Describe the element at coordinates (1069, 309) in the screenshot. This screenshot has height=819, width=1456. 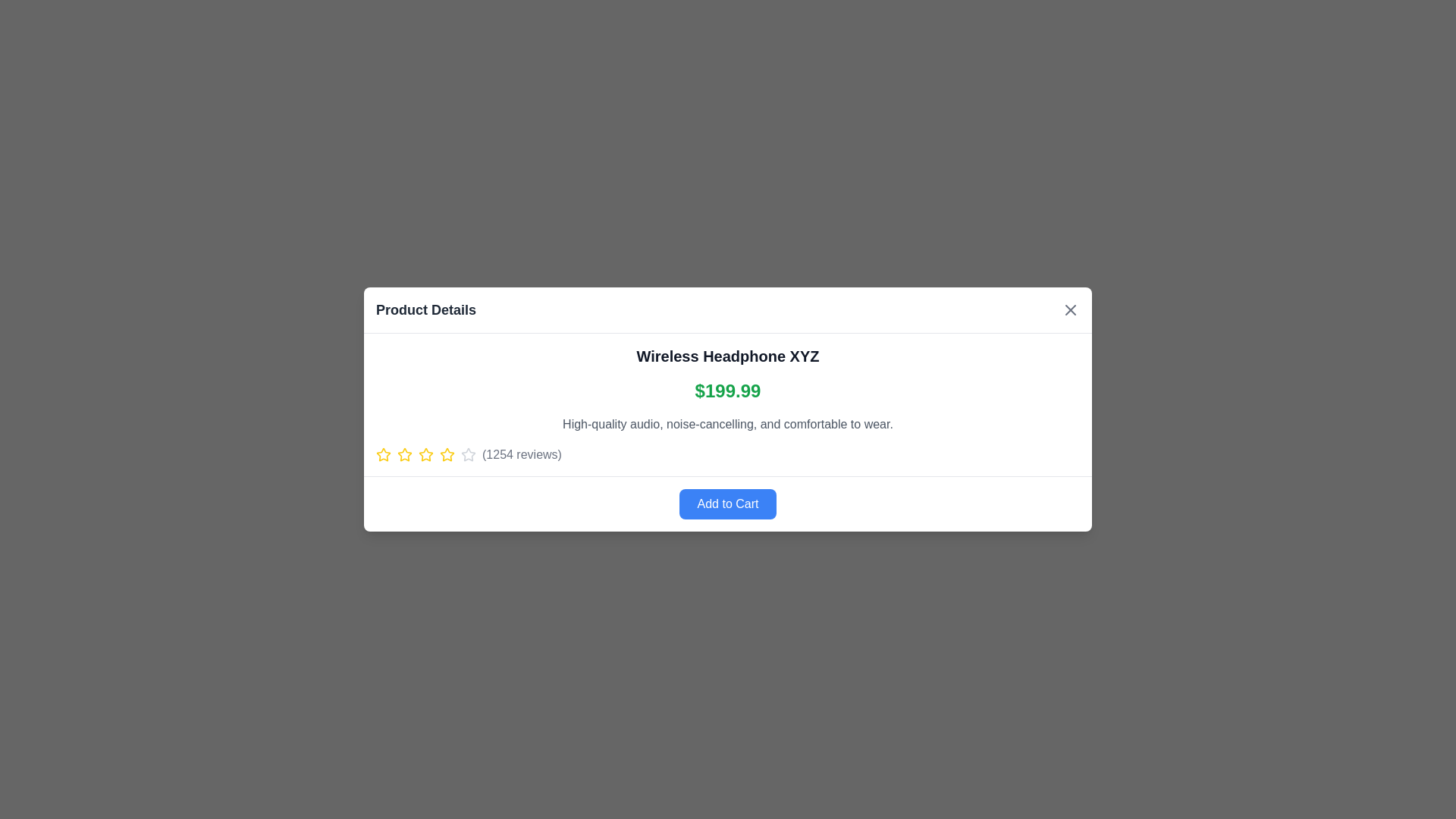
I see `the Close icon located at the top-right corner of the modal` at that location.